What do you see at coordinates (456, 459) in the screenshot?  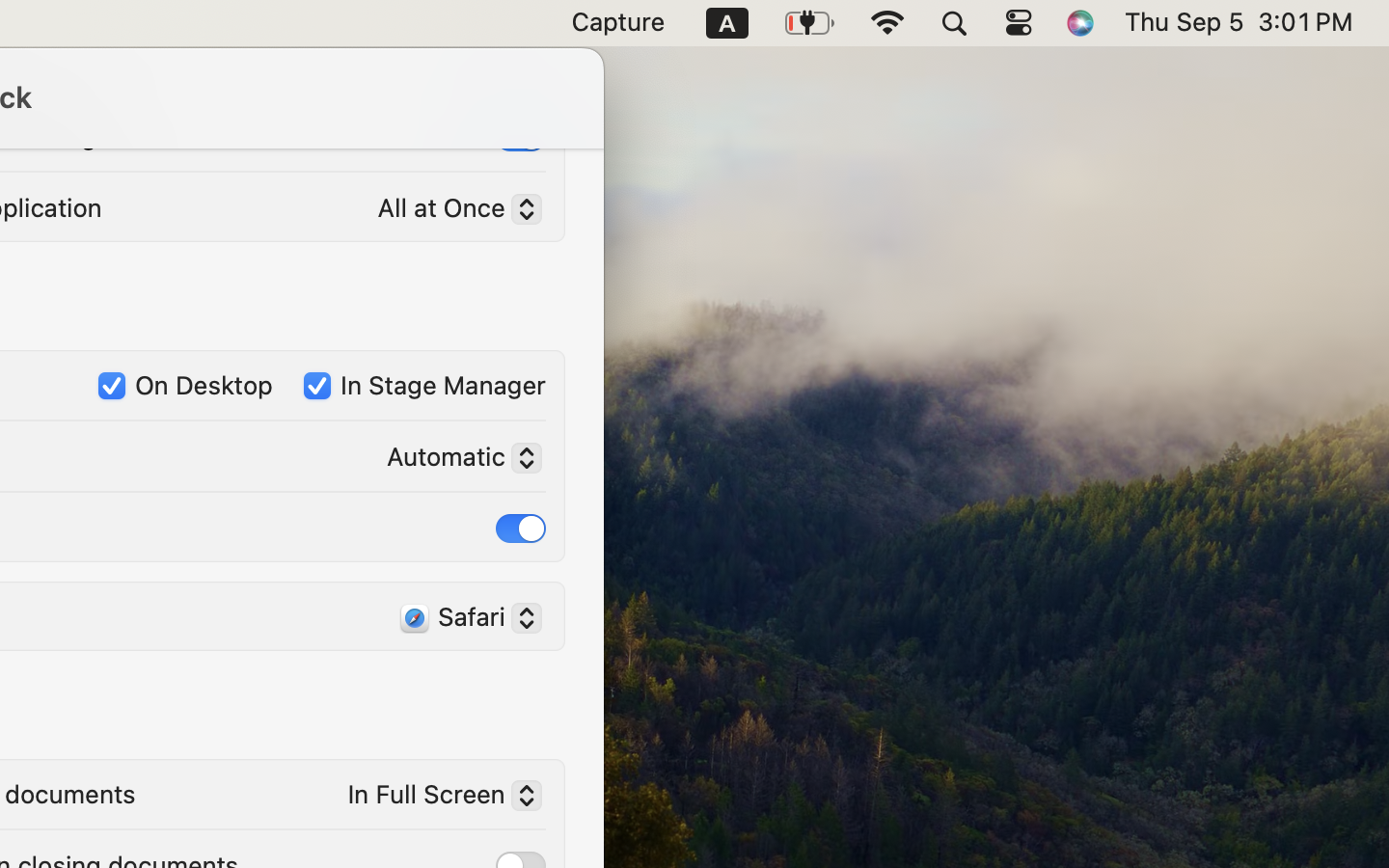 I see `'Automatic'` at bounding box center [456, 459].